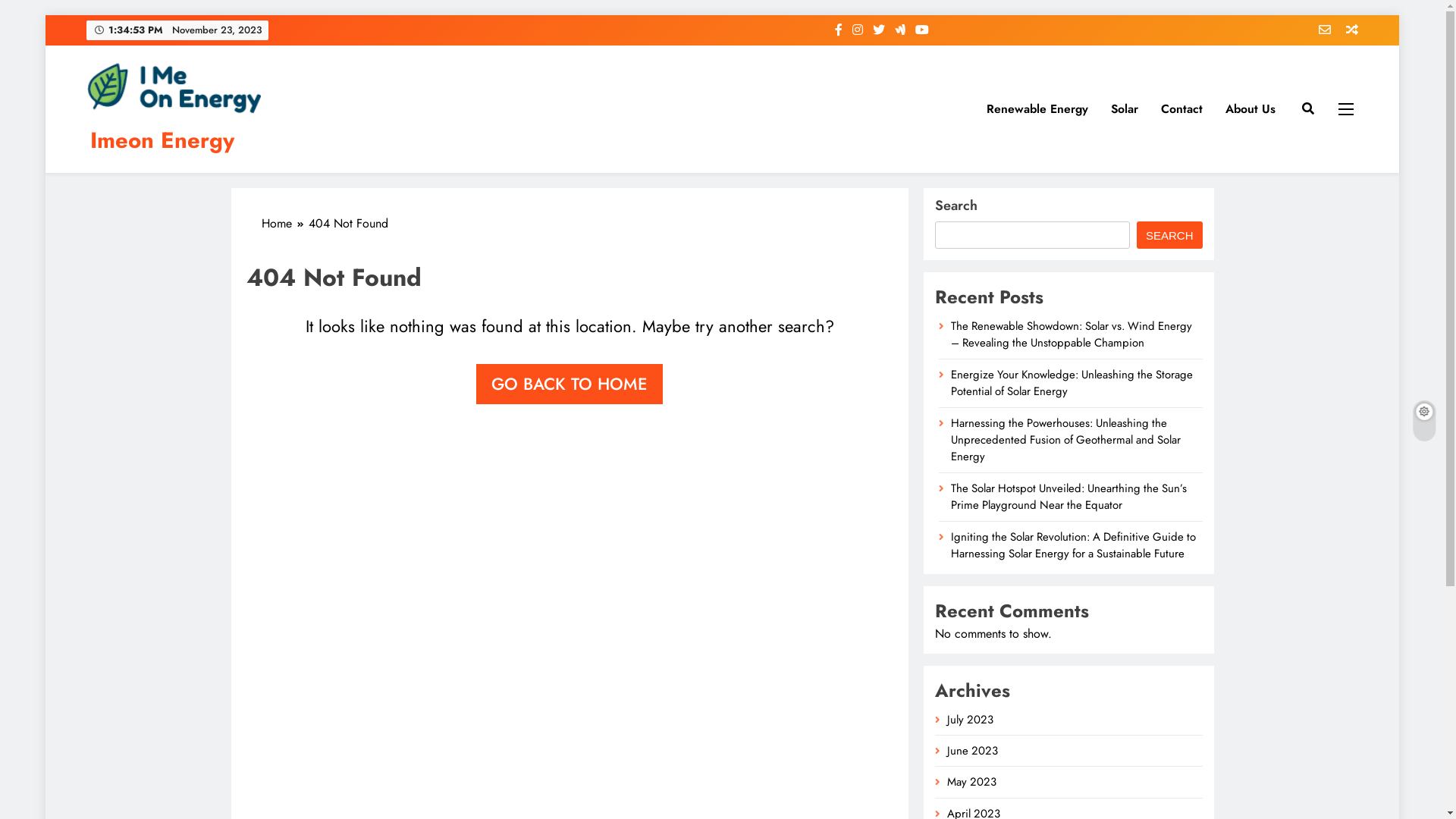  I want to click on 'Contact', so click(1181, 108).